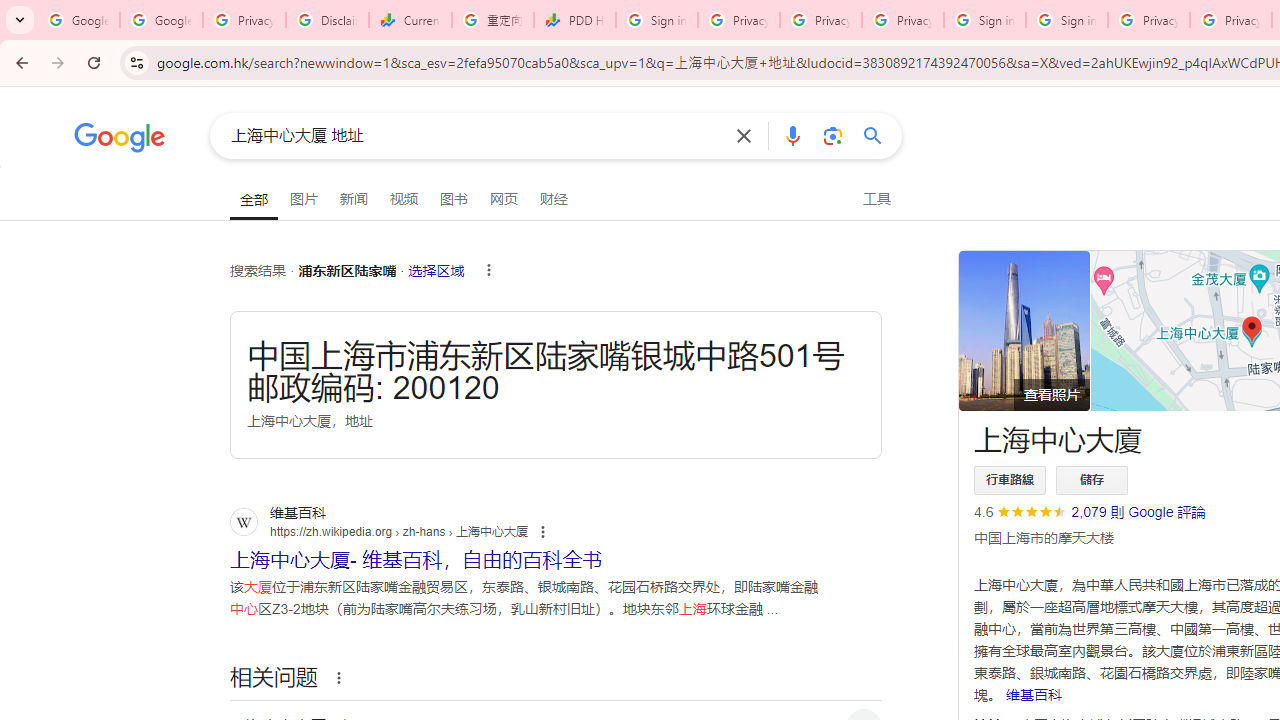 This screenshot has height=720, width=1280. What do you see at coordinates (78, 20) in the screenshot?
I see `'Google Workspace Admin Community'` at bounding box center [78, 20].